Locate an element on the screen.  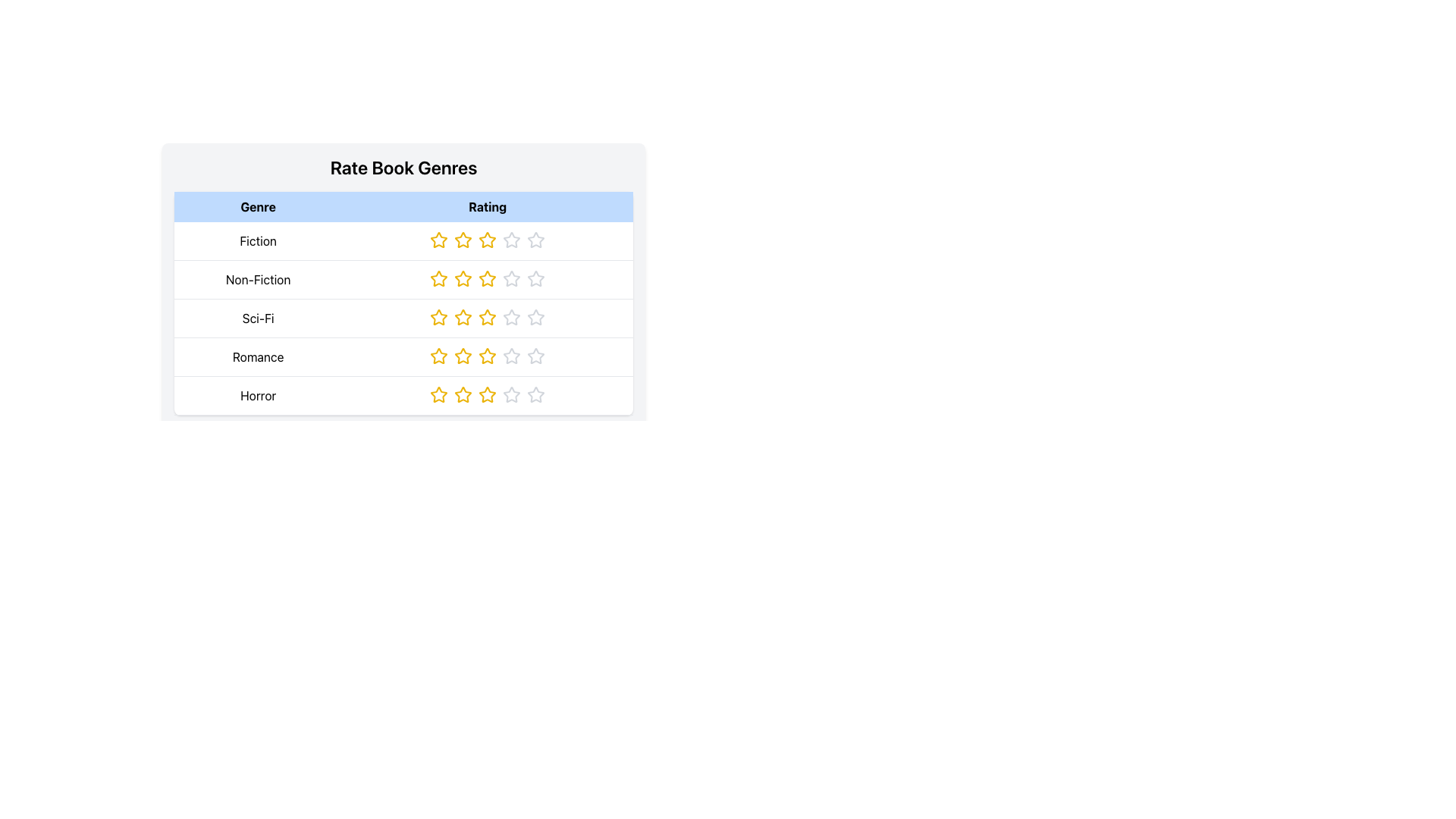
the fourth star icon in the five-star rating row for 'Fiction', which serves as a visual indicator of a rating system is located at coordinates (512, 239).